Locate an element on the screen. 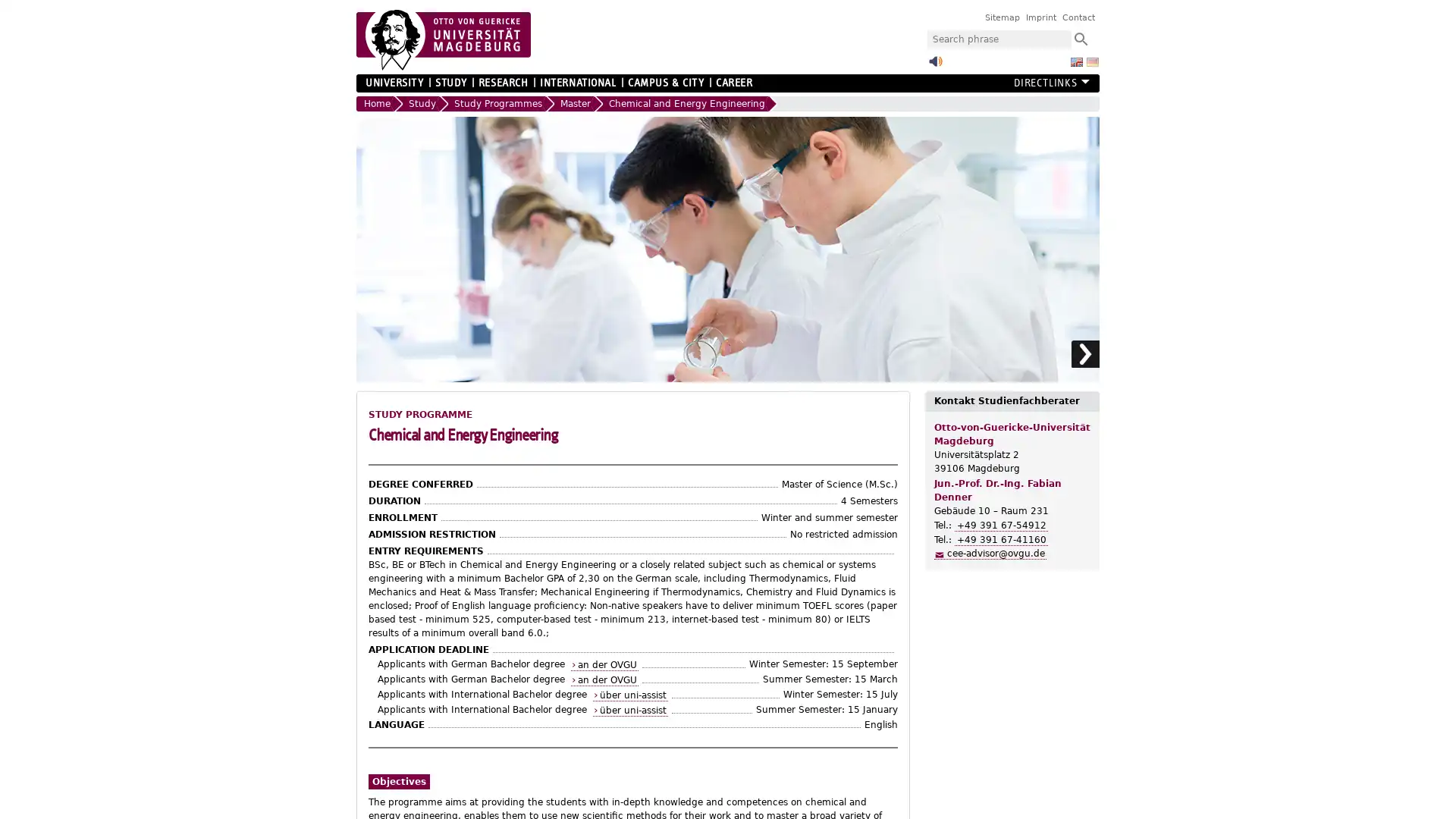 This screenshot has height=819, width=1456. Absenden is located at coordinates (1080, 38).